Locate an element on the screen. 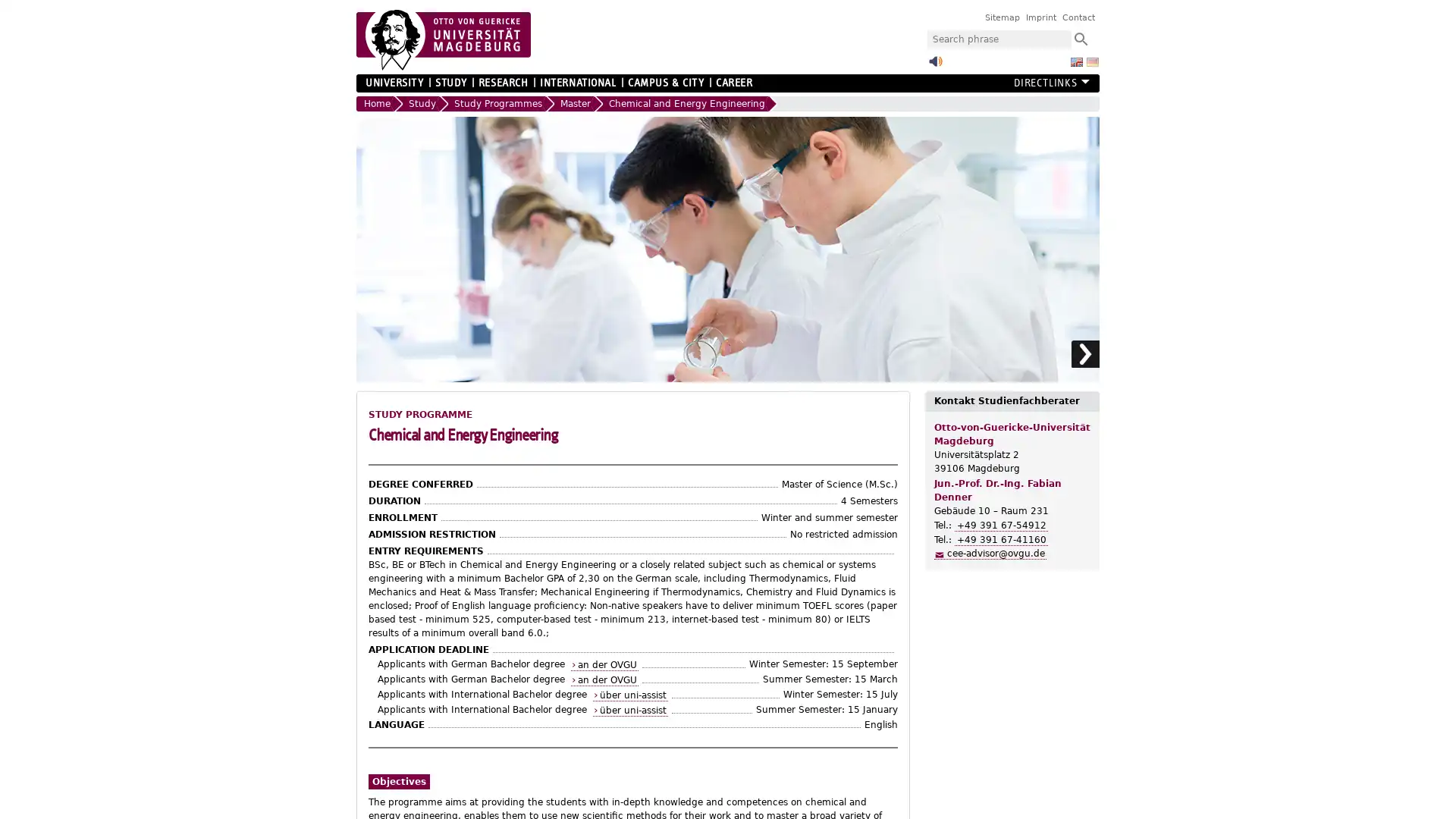 This screenshot has height=819, width=1456. Absenden is located at coordinates (1080, 38).